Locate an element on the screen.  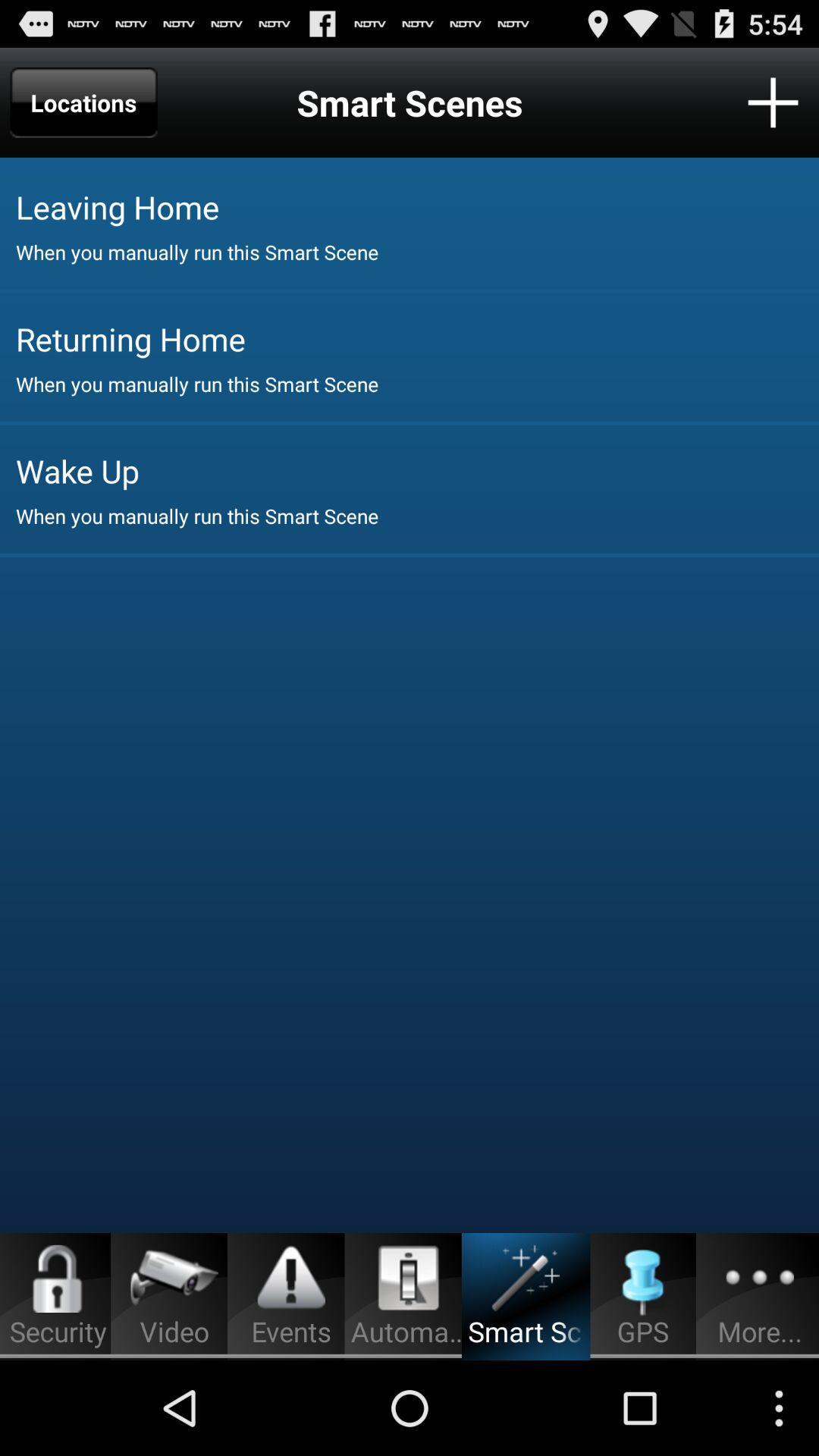
a smart scene is located at coordinates (773, 102).